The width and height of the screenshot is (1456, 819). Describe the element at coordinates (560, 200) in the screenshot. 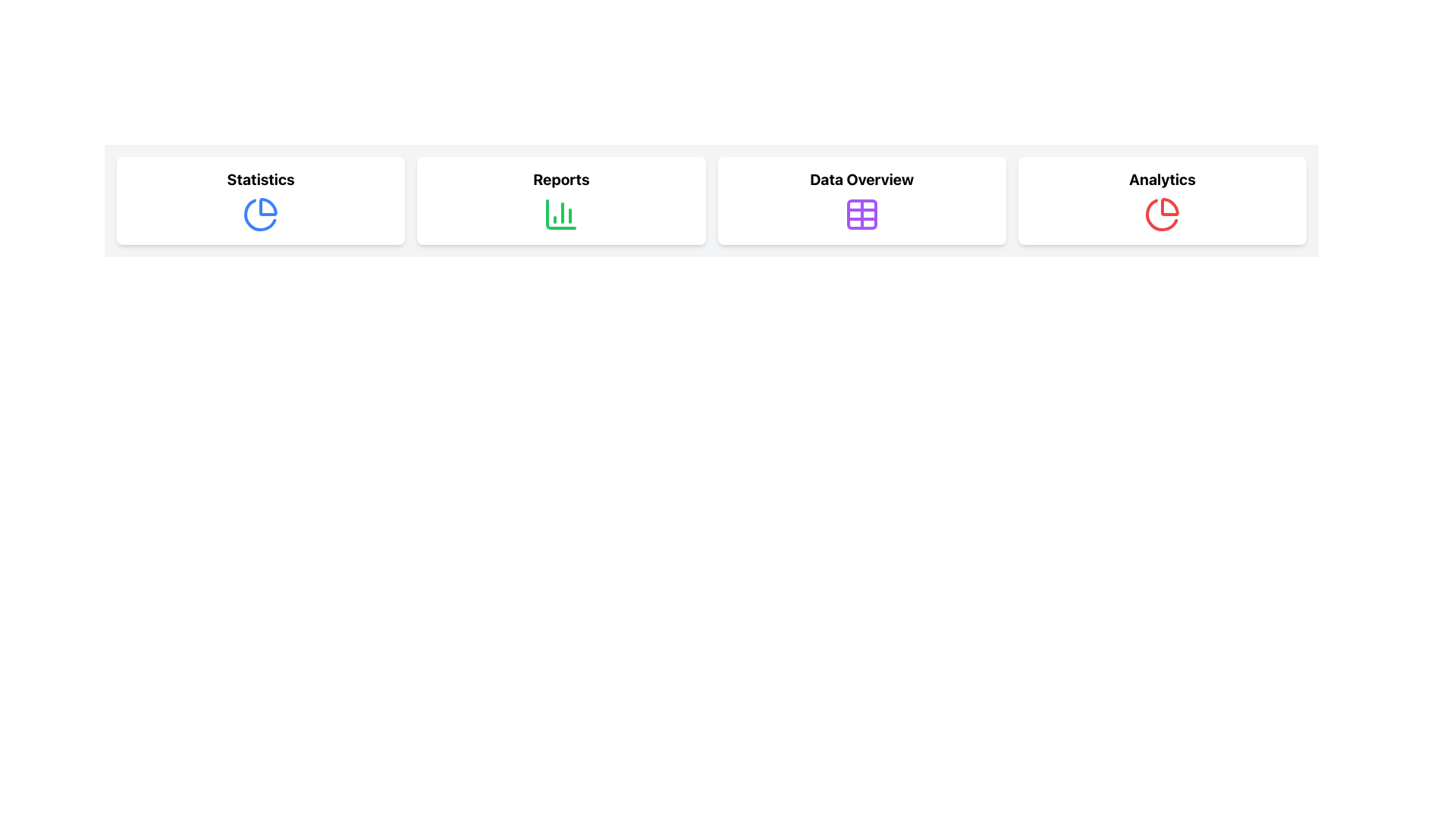

I see `the second Card component in the grid, which provides access to reports or related data, to interact with it` at that location.